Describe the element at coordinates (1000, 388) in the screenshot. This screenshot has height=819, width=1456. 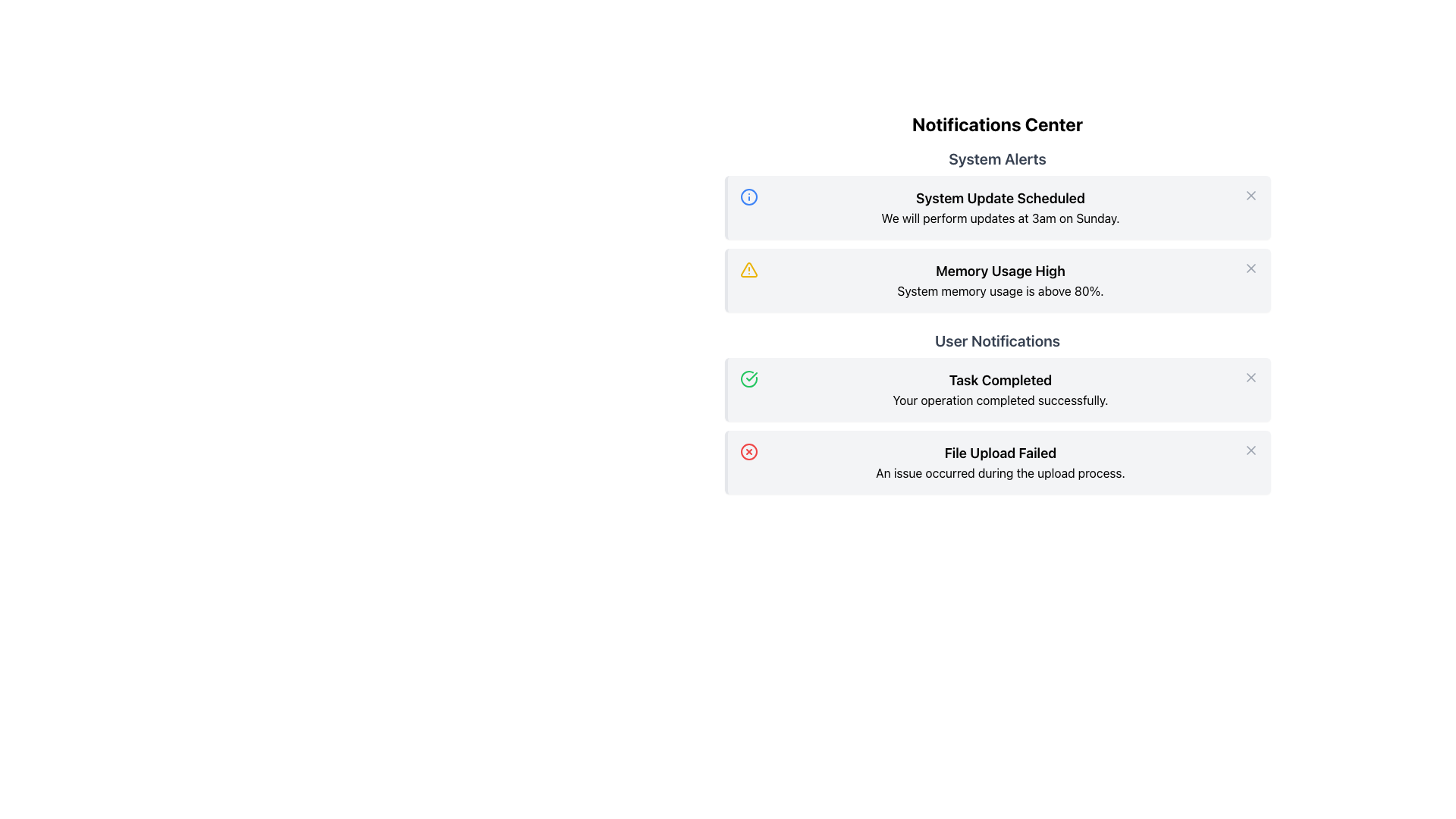
I see `the notification message indicating a successful operation, which is centered within the 'User Notifications' section, positioned below 'Memory Usage High' and above 'File Upload Failed'` at that location.